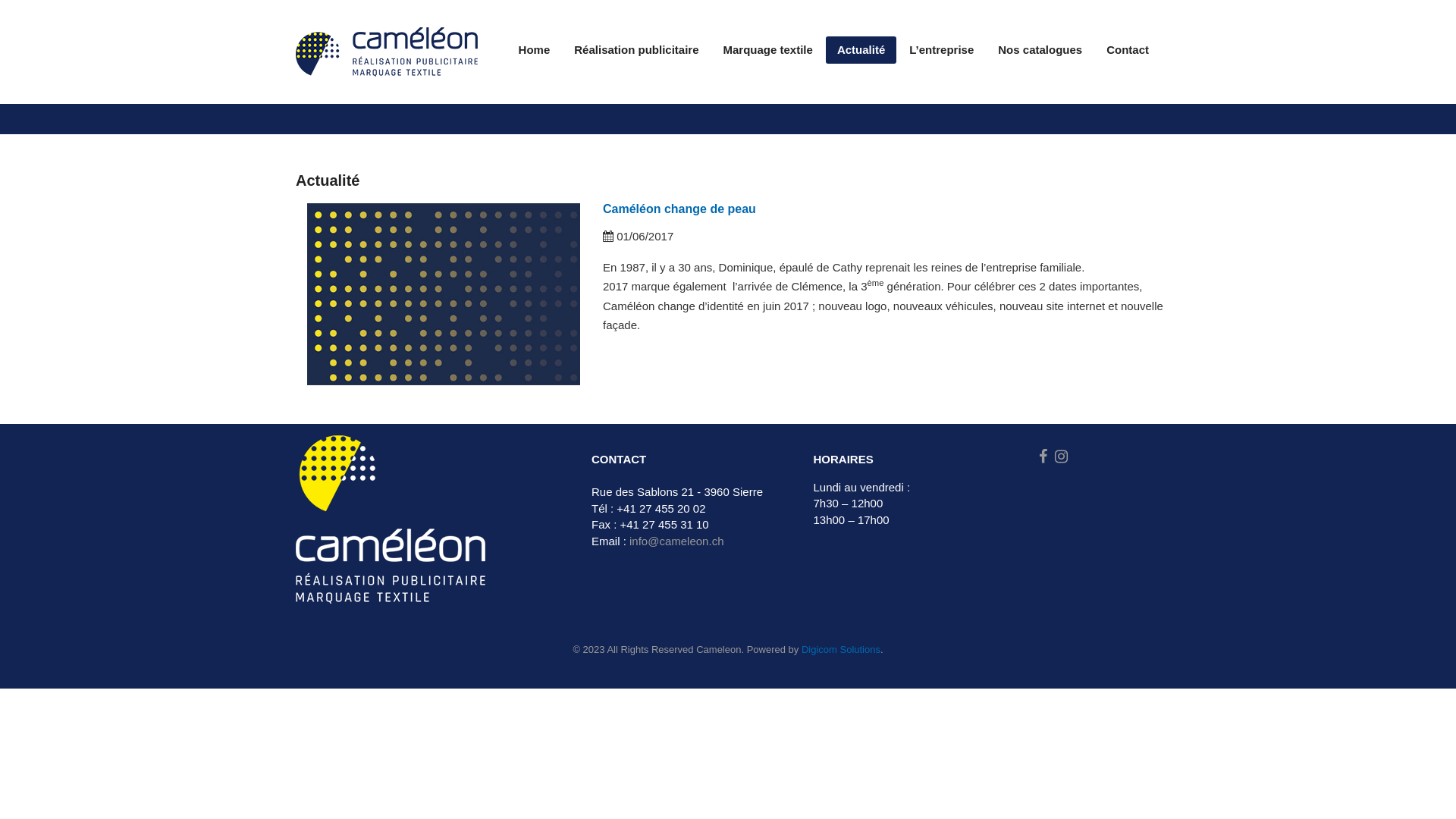  I want to click on 'Home', so click(535, 49).